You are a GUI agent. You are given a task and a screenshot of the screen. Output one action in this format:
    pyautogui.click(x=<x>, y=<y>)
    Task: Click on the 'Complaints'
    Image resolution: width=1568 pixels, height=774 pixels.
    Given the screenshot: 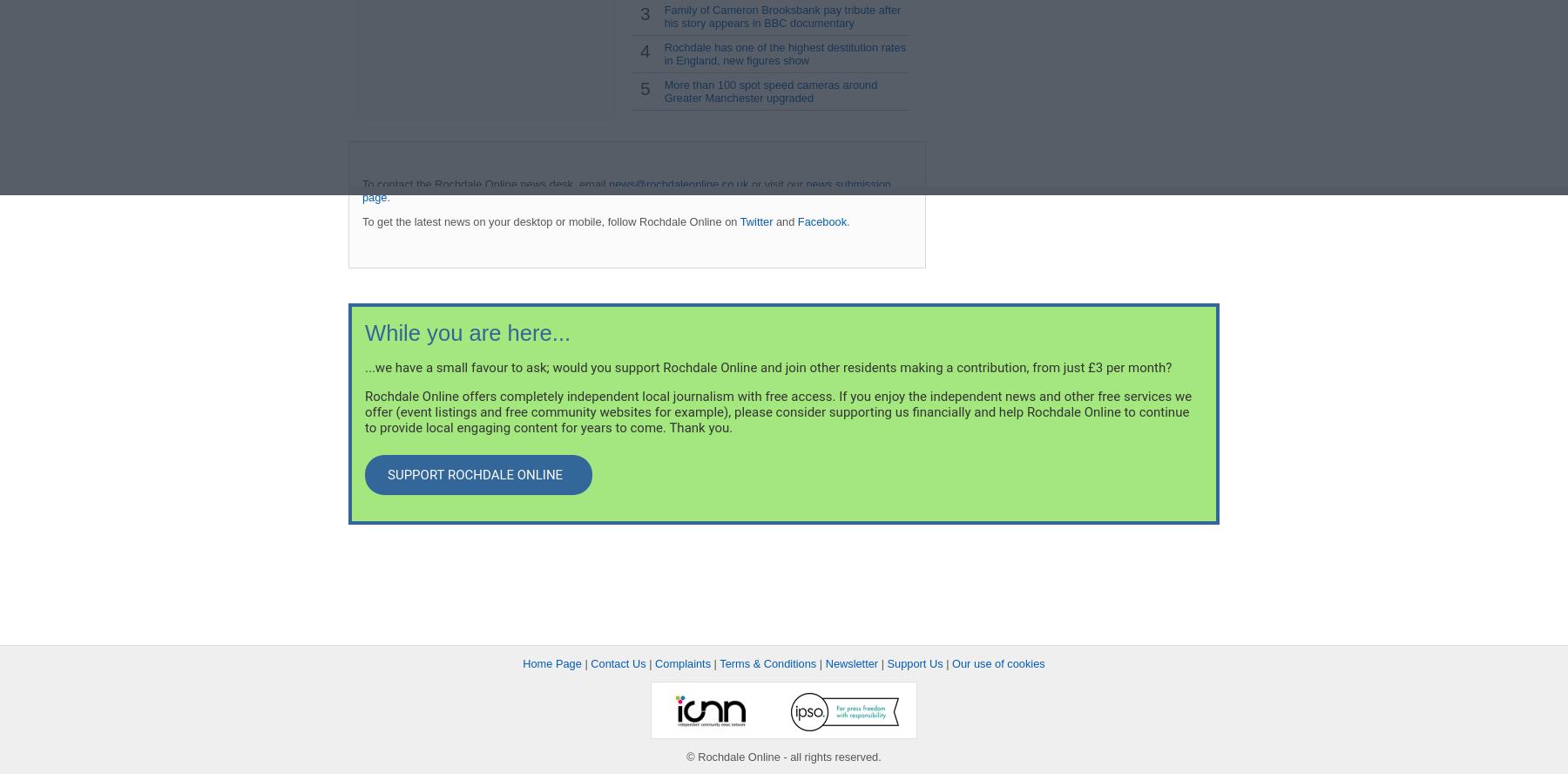 What is the action you would take?
    pyautogui.click(x=682, y=662)
    